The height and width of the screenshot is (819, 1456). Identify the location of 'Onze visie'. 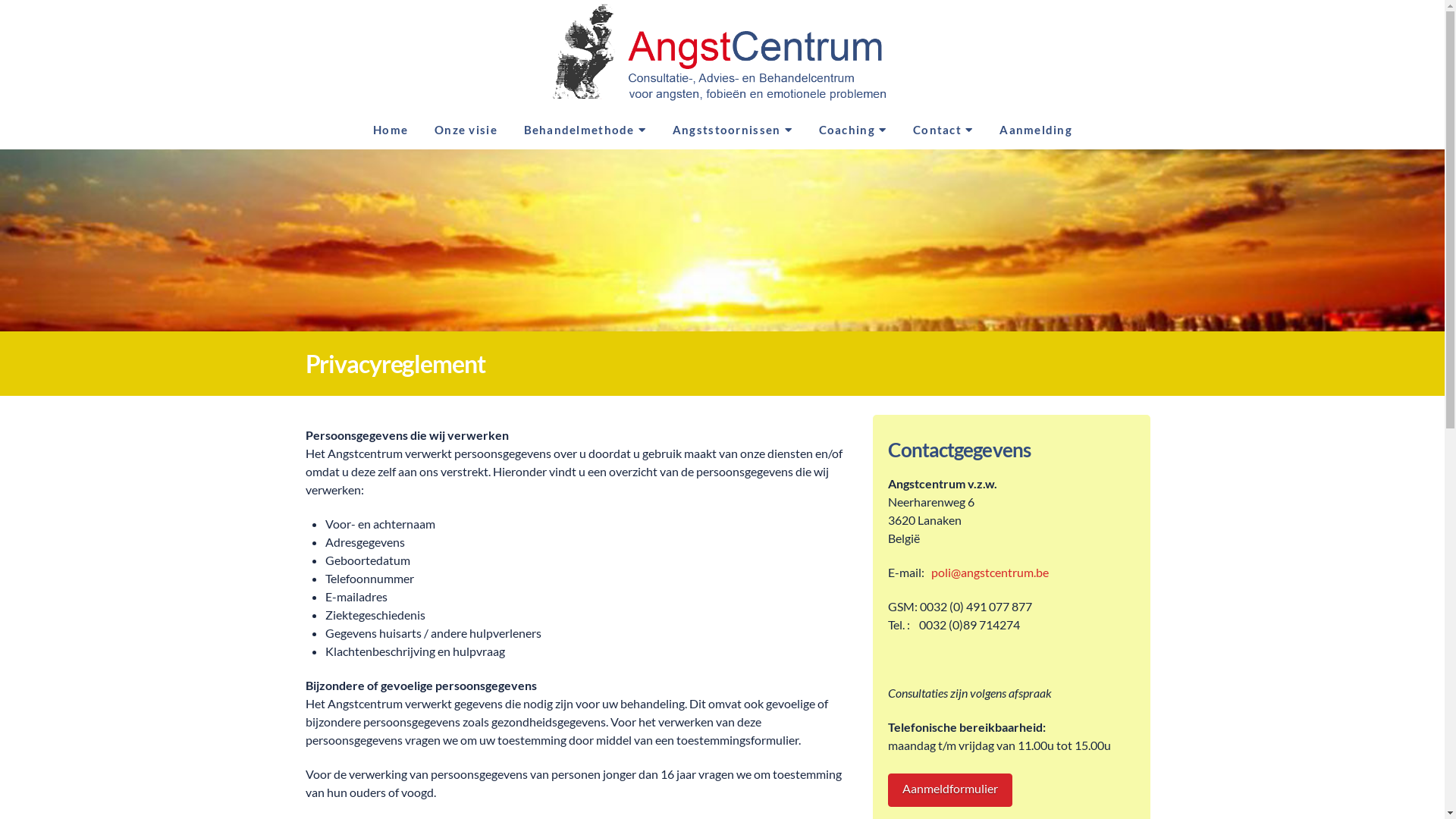
(464, 131).